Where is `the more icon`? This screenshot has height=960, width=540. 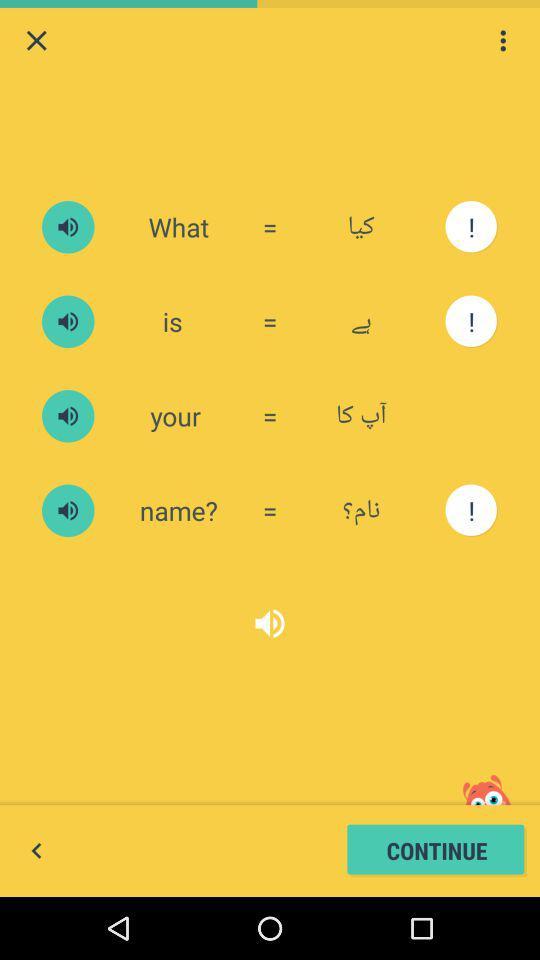
the more icon is located at coordinates (502, 42).